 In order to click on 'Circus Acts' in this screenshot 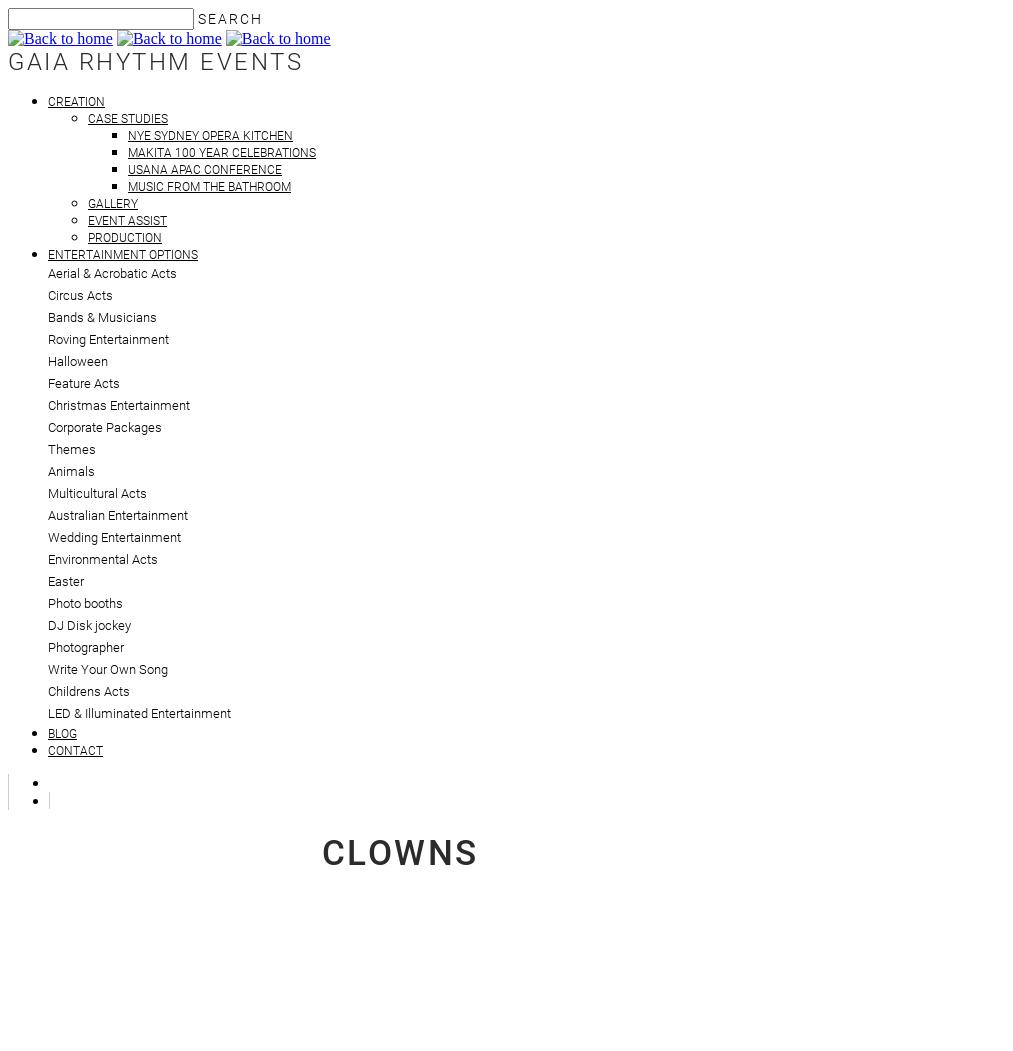, I will do `click(79, 294)`.